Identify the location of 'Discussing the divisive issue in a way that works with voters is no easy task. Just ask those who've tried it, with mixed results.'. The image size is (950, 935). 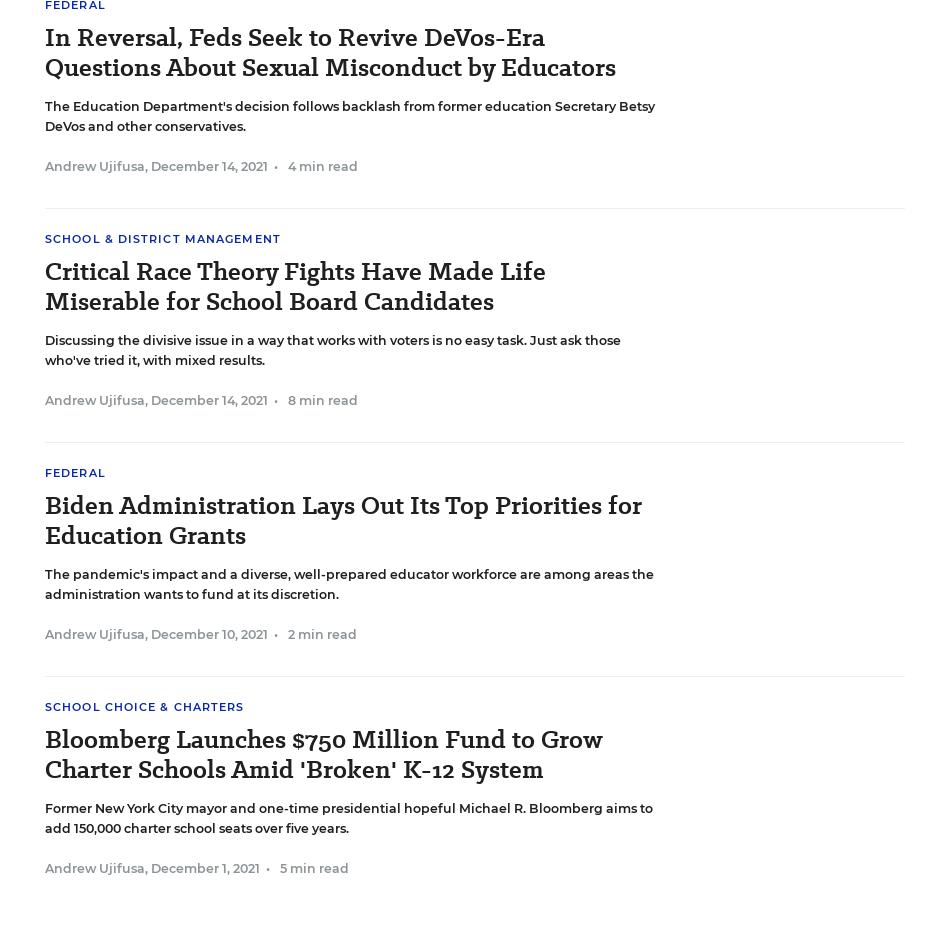
(331, 349).